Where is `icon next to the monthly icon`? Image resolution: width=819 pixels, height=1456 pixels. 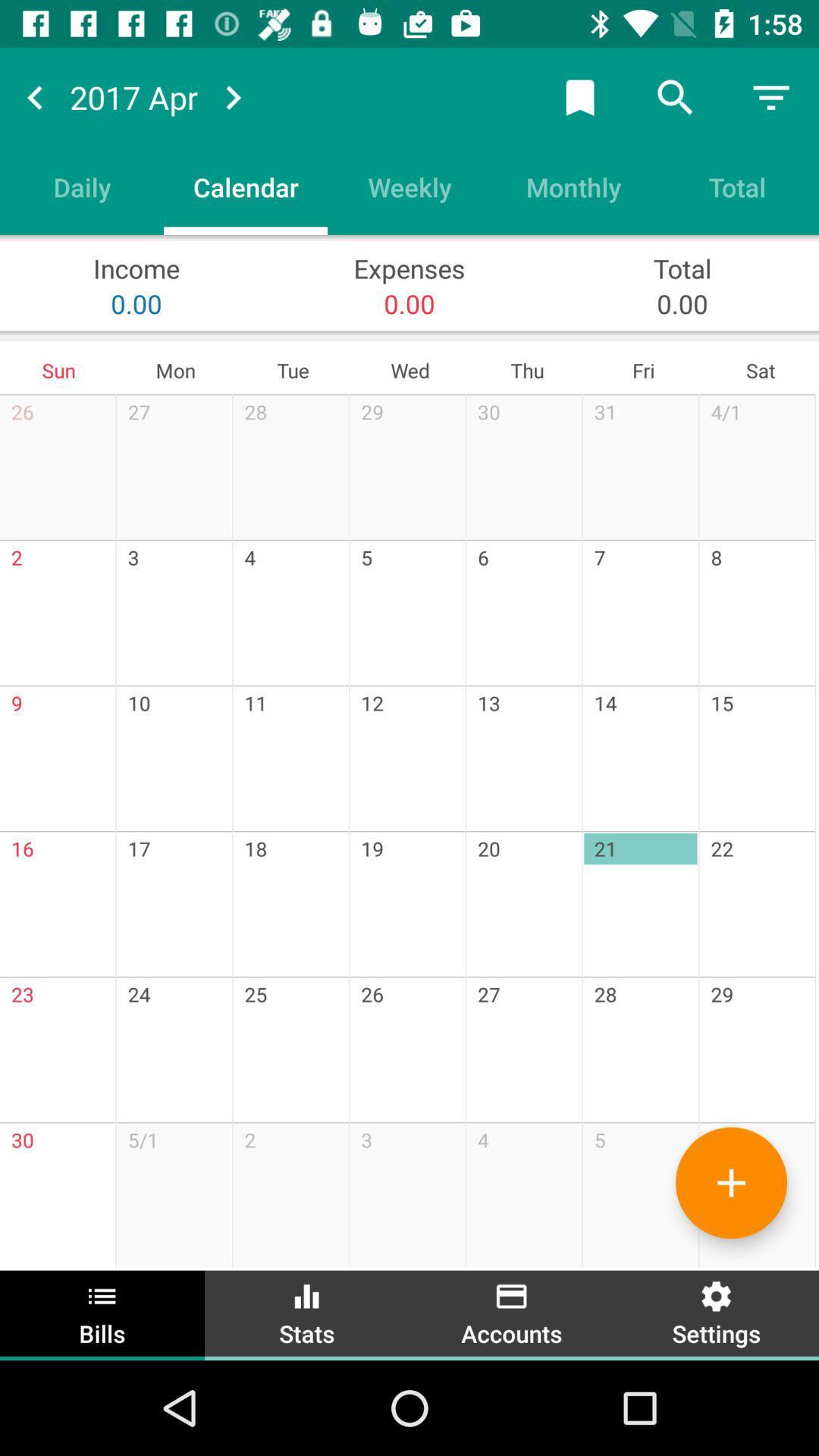 icon next to the monthly icon is located at coordinates (409, 186).